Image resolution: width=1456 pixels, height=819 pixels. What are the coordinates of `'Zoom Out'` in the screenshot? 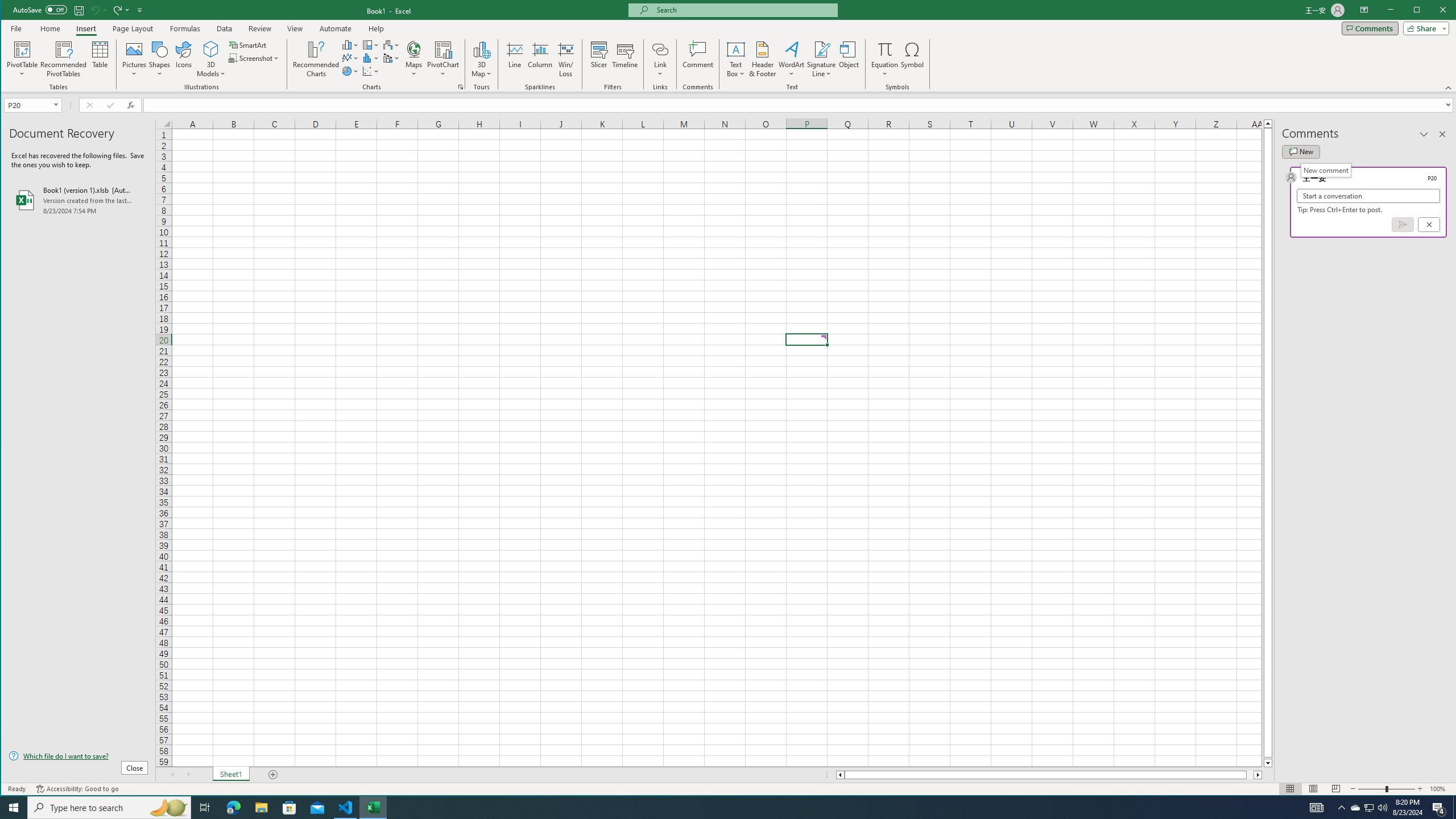 It's located at (1372, 788).